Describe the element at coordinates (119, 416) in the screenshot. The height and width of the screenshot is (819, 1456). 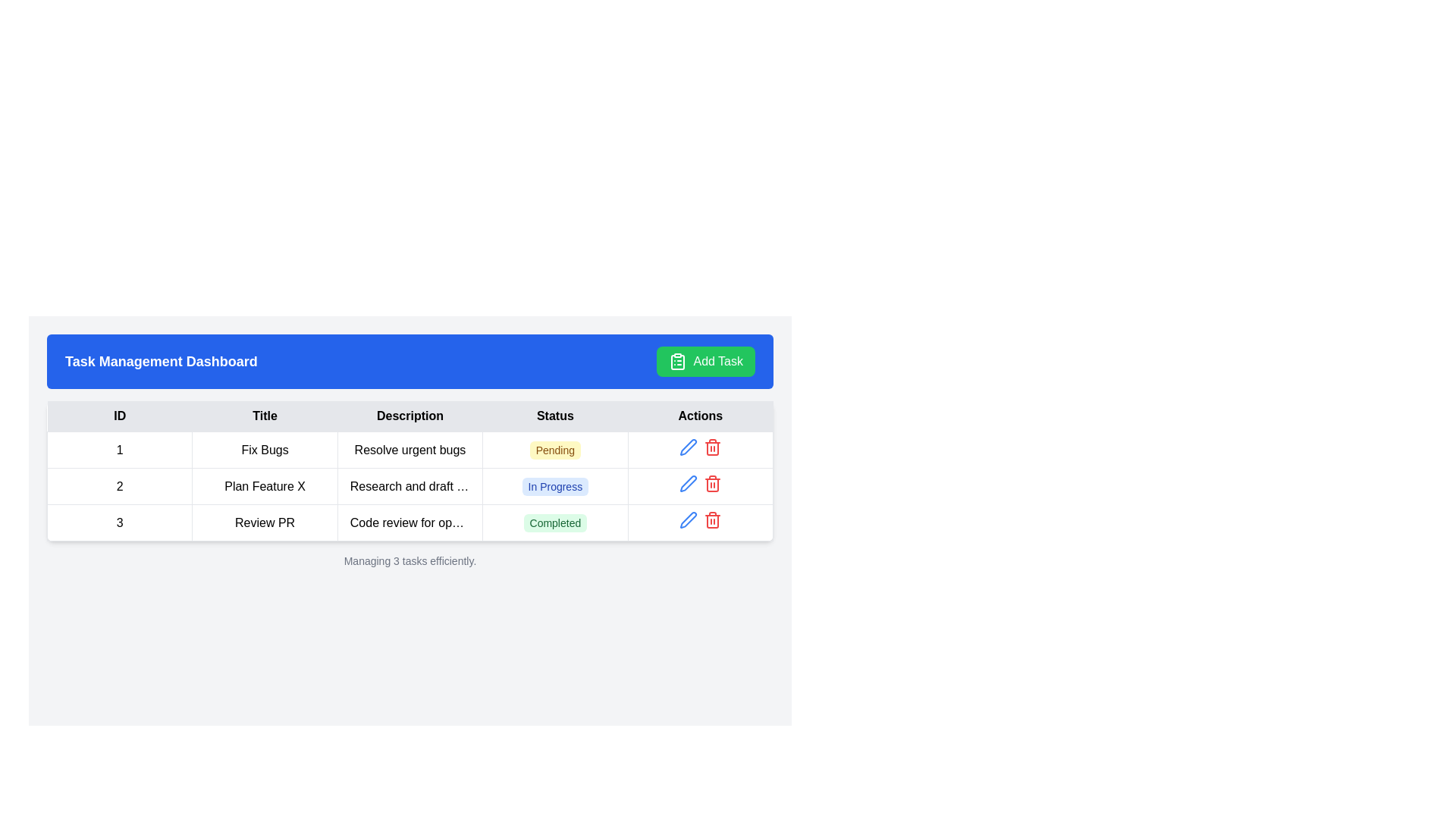
I see `the bold, black text label 'ID' located in the first cell of the header row of the table, which is centered in a light grey cell` at that location.